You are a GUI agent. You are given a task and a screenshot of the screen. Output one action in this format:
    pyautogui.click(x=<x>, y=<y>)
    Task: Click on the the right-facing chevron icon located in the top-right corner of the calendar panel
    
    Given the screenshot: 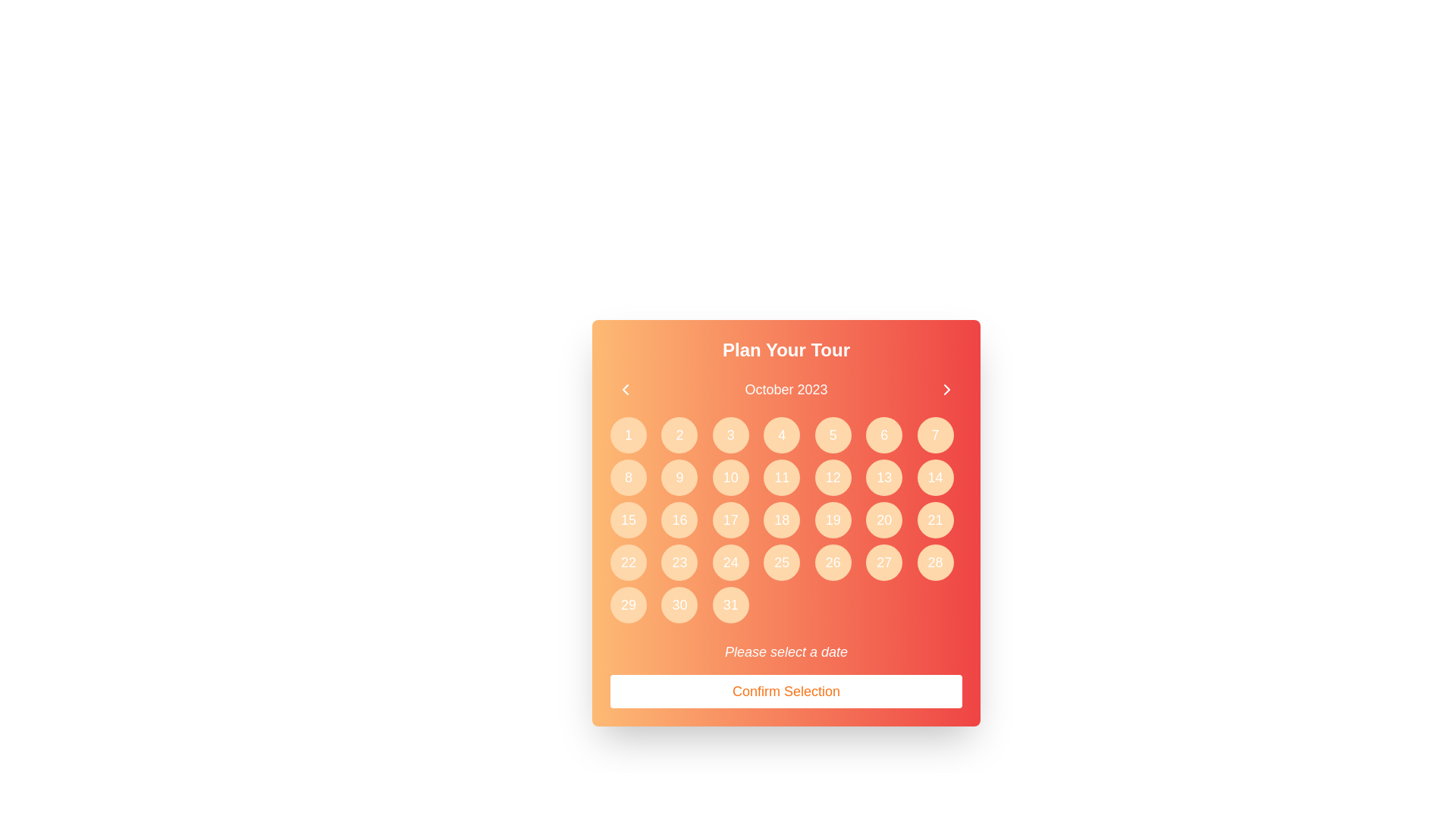 What is the action you would take?
    pyautogui.click(x=946, y=388)
    